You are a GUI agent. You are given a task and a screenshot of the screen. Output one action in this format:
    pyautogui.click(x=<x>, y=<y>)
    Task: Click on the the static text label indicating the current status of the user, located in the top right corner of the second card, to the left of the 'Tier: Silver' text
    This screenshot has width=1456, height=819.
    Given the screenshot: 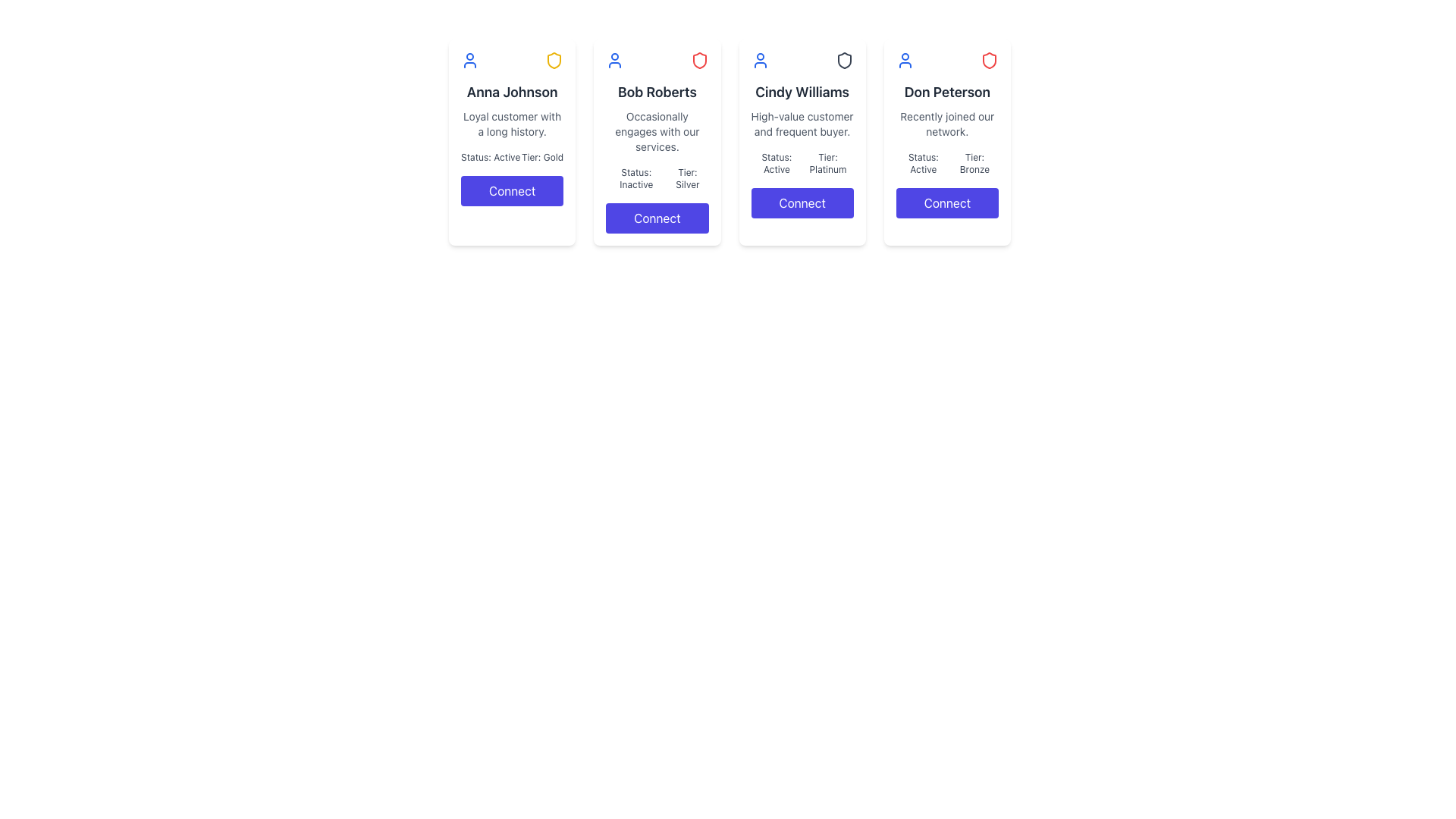 What is the action you would take?
    pyautogui.click(x=636, y=177)
    